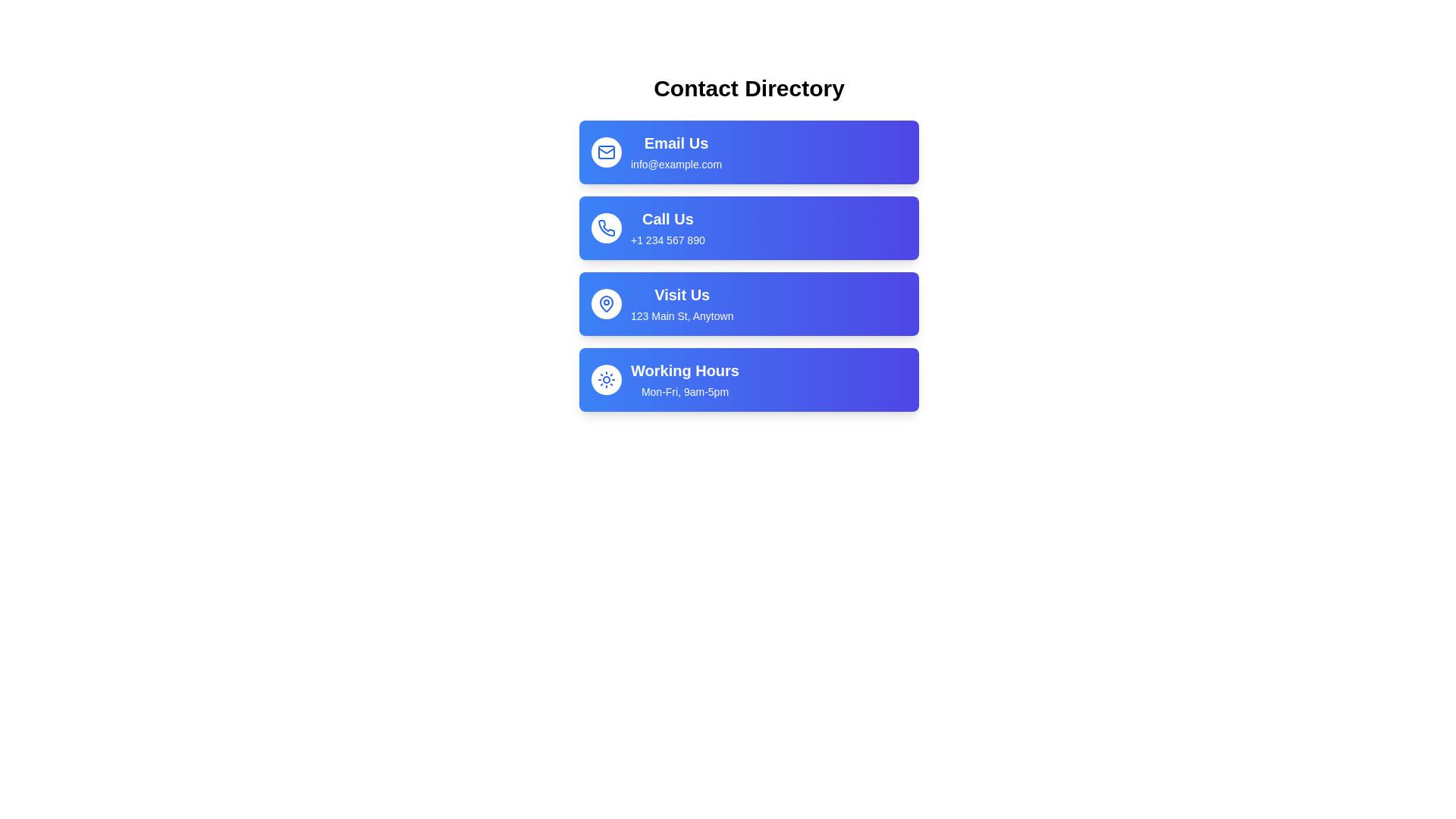 This screenshot has width=1456, height=819. What do you see at coordinates (607, 304) in the screenshot?
I see `the location marker icon in the 'Visit Us' section of the contact directory list for potential interactivity` at bounding box center [607, 304].